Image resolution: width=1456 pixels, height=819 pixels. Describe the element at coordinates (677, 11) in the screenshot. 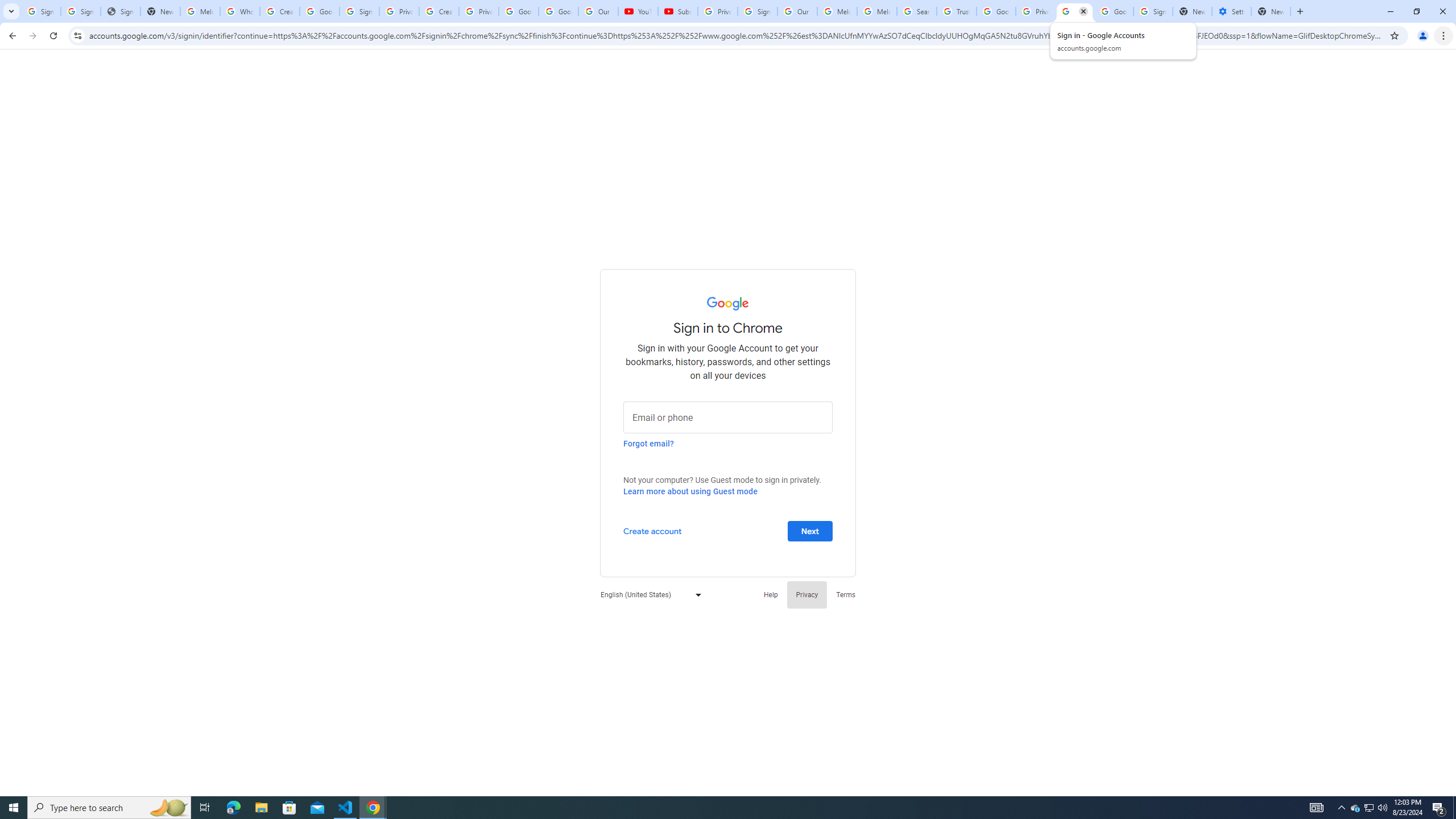

I see `'Subscriptions - YouTube'` at that location.